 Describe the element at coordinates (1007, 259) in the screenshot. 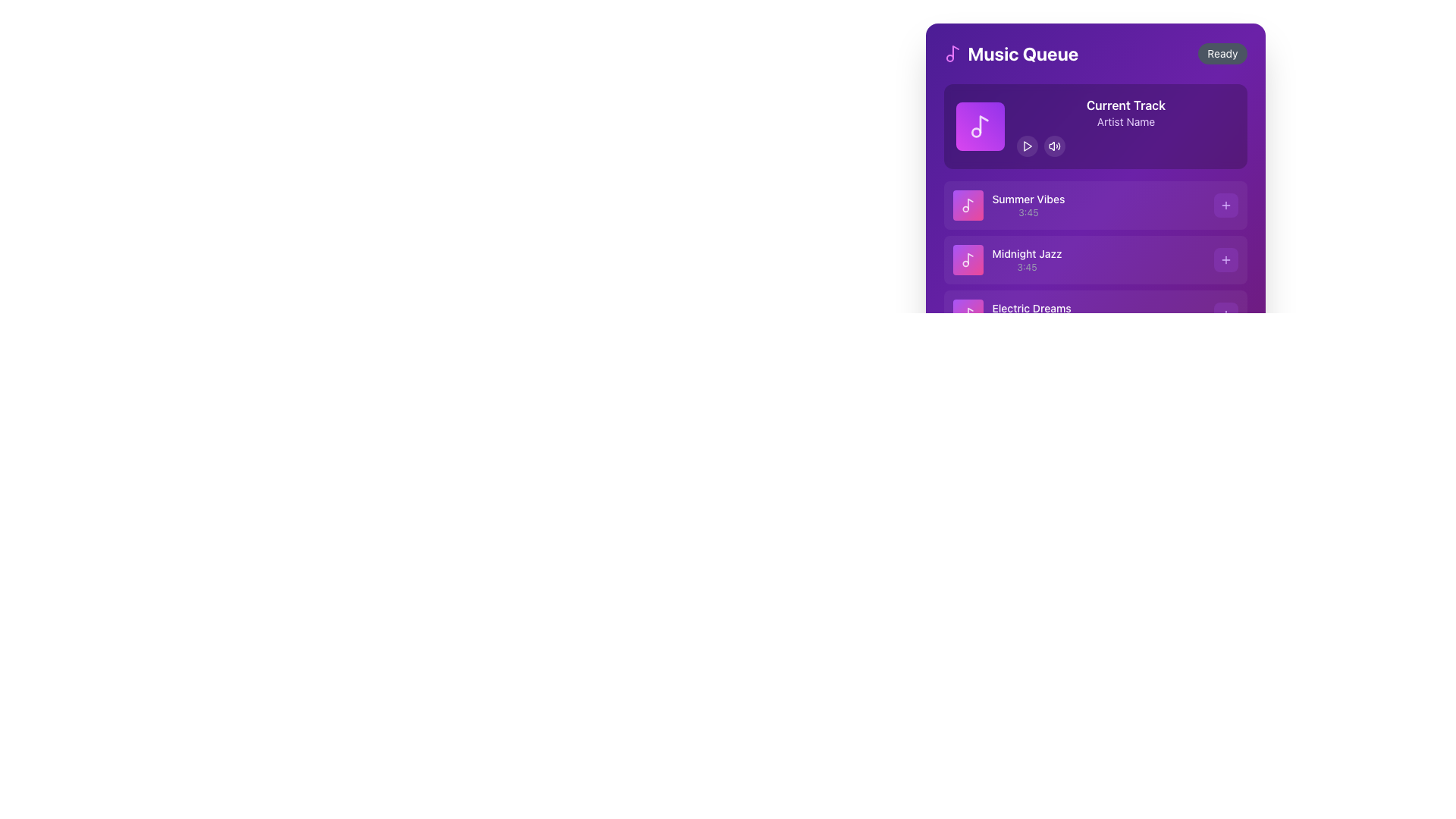

I see `the second item in the music playlist which represents a song entry` at that location.